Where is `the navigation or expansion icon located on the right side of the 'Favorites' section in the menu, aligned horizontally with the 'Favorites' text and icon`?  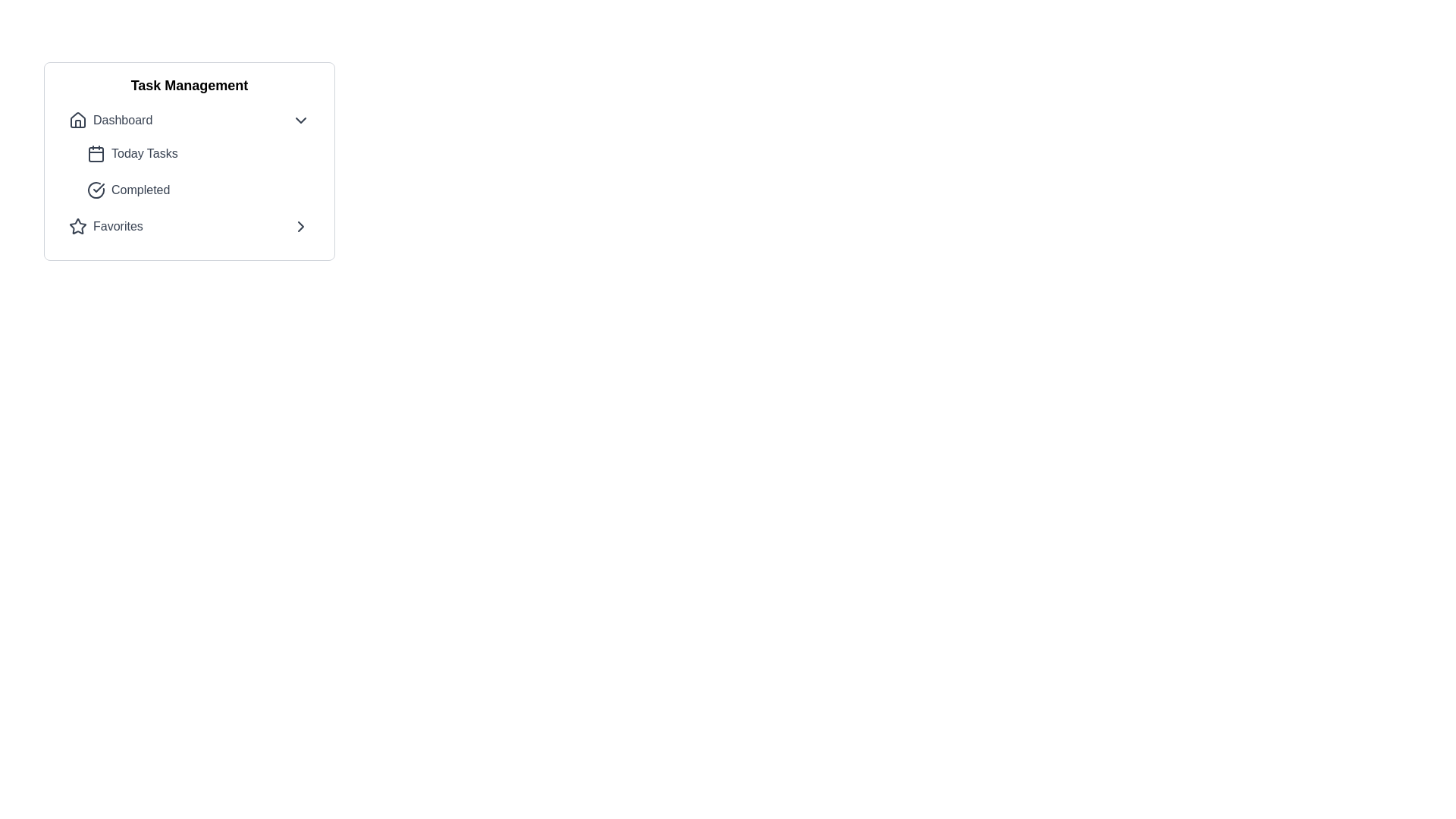 the navigation or expansion icon located on the right side of the 'Favorites' section in the menu, aligned horizontally with the 'Favorites' text and icon is located at coordinates (301, 227).